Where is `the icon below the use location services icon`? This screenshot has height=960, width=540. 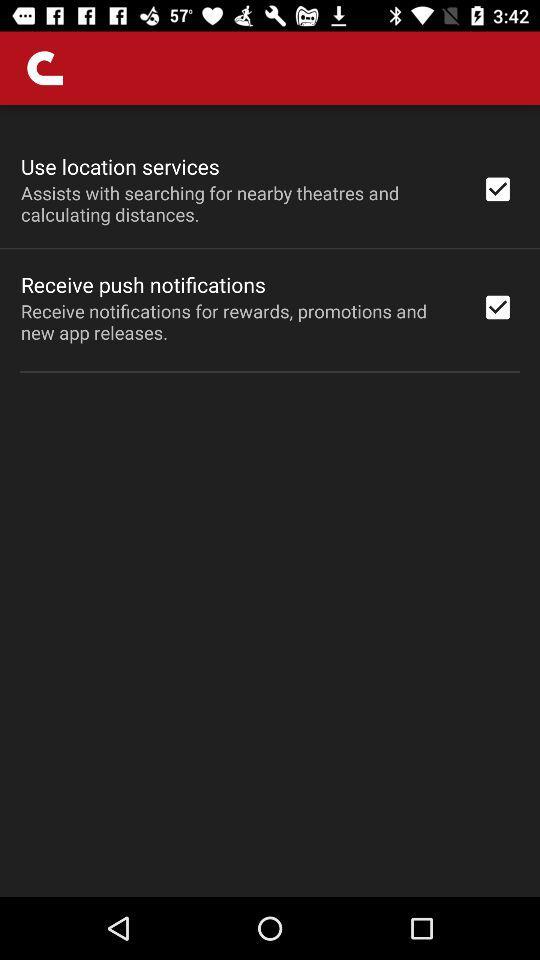
the icon below the use location services icon is located at coordinates (238, 203).